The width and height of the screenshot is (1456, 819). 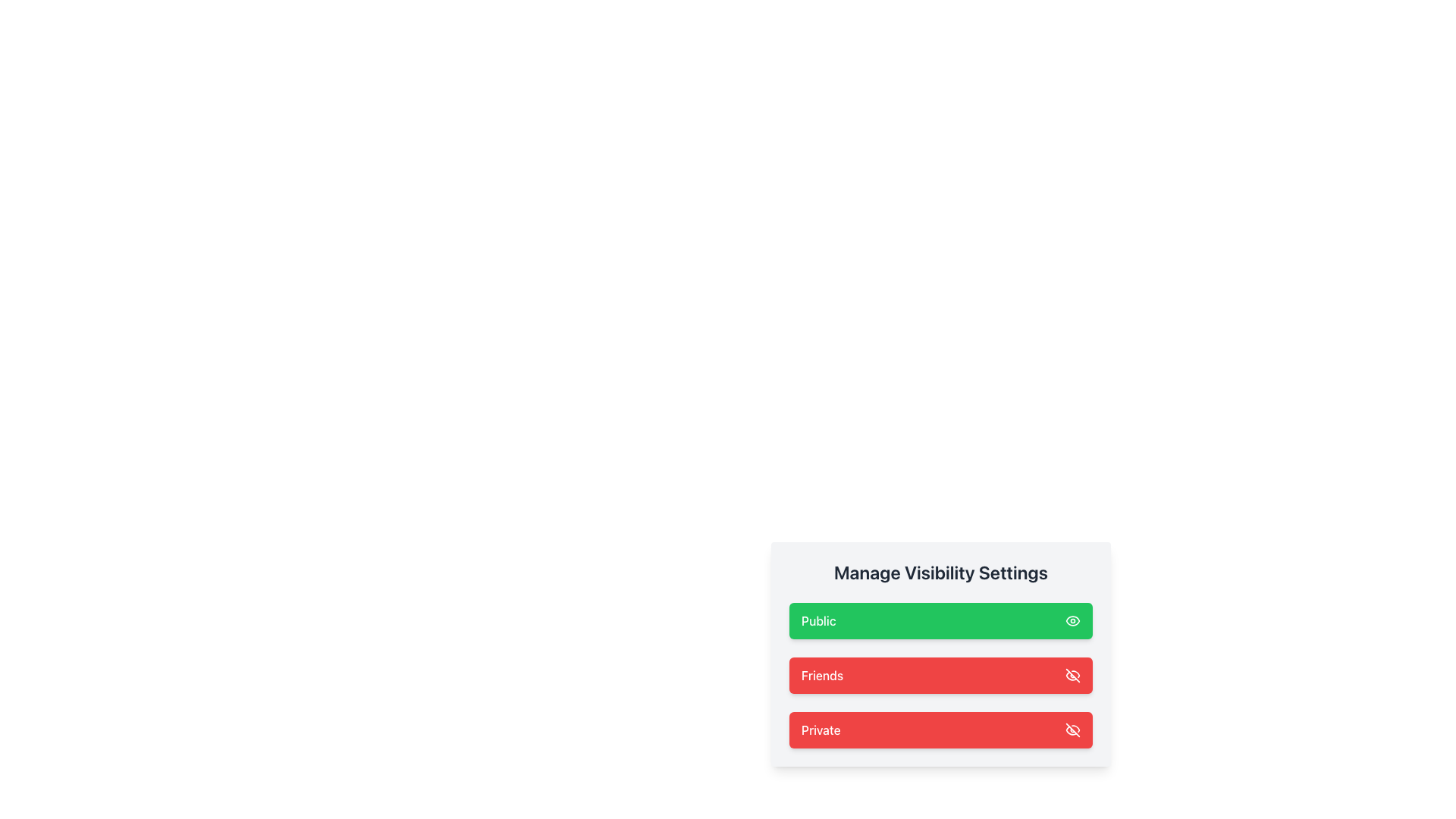 I want to click on the red eye icon with a 'crossed-out' motif, so click(x=1072, y=675).